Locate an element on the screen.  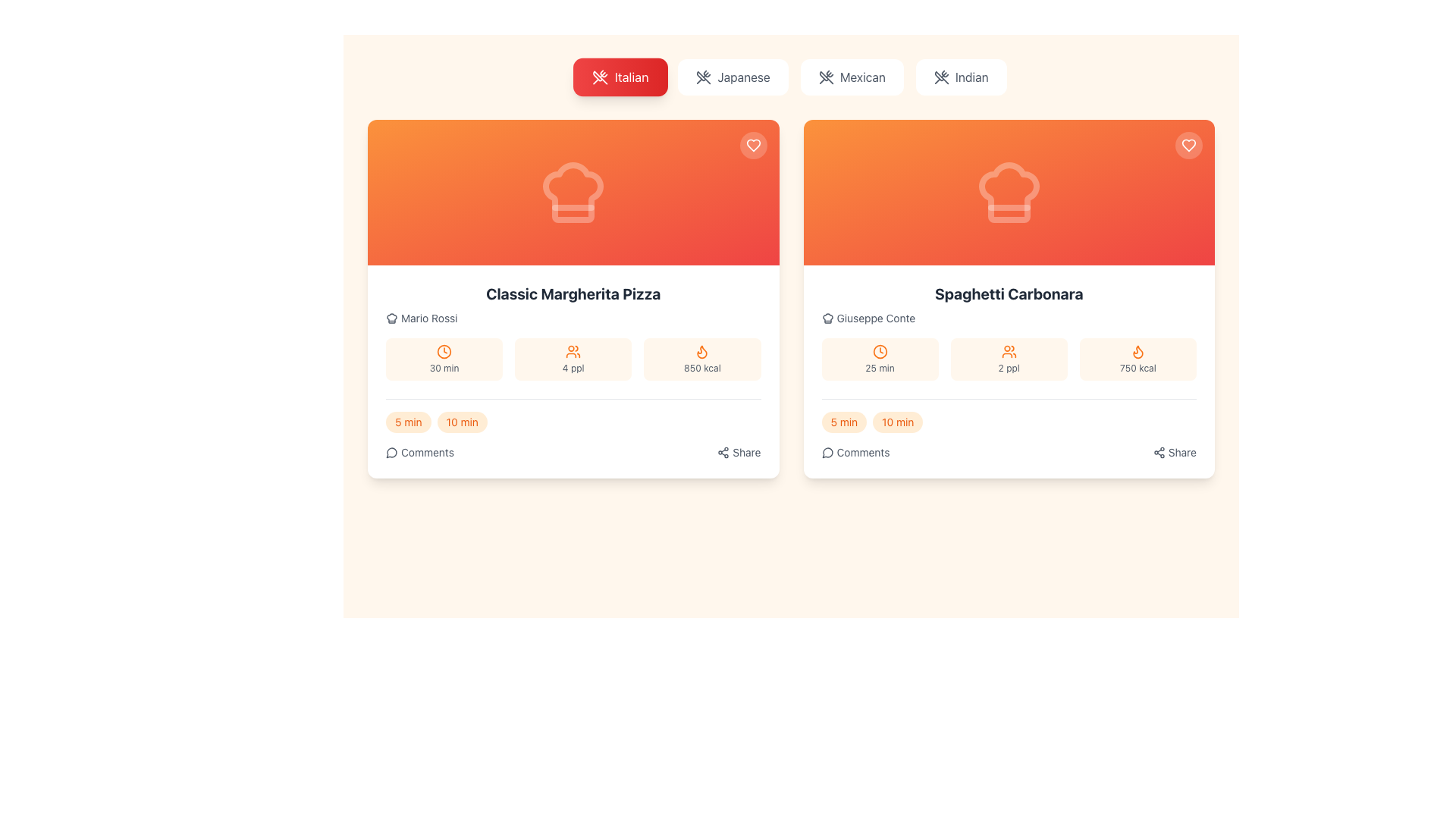
the small heart-shaped SVG icon located in the top-right corner of the second recipe card, which is styled with a semi-transparent white background is located at coordinates (753, 146).